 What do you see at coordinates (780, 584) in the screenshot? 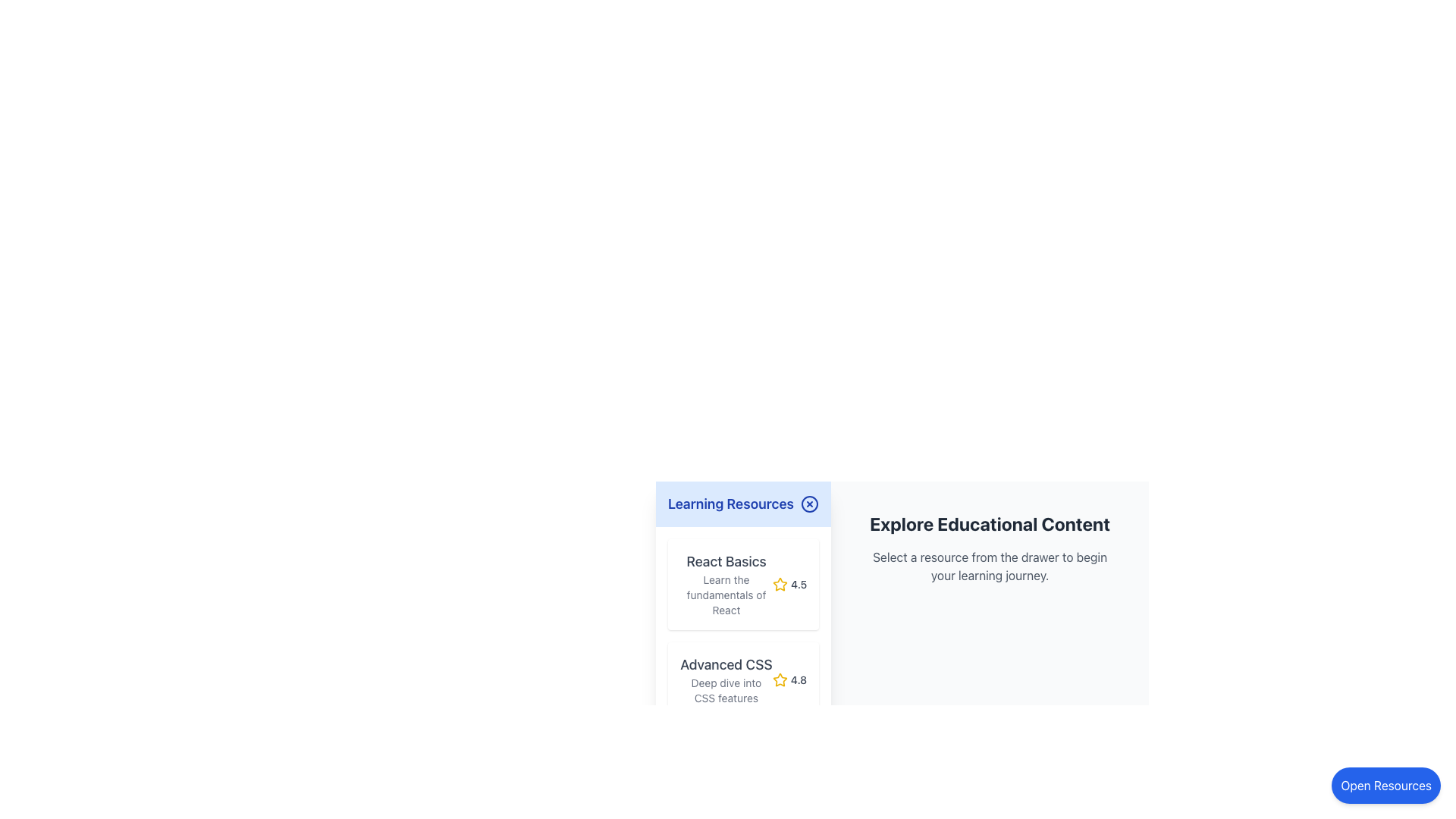
I see `the star icon representing the rating metric for the 'React Basics' item, located in the 'Learning Resources' section below its title` at bounding box center [780, 584].